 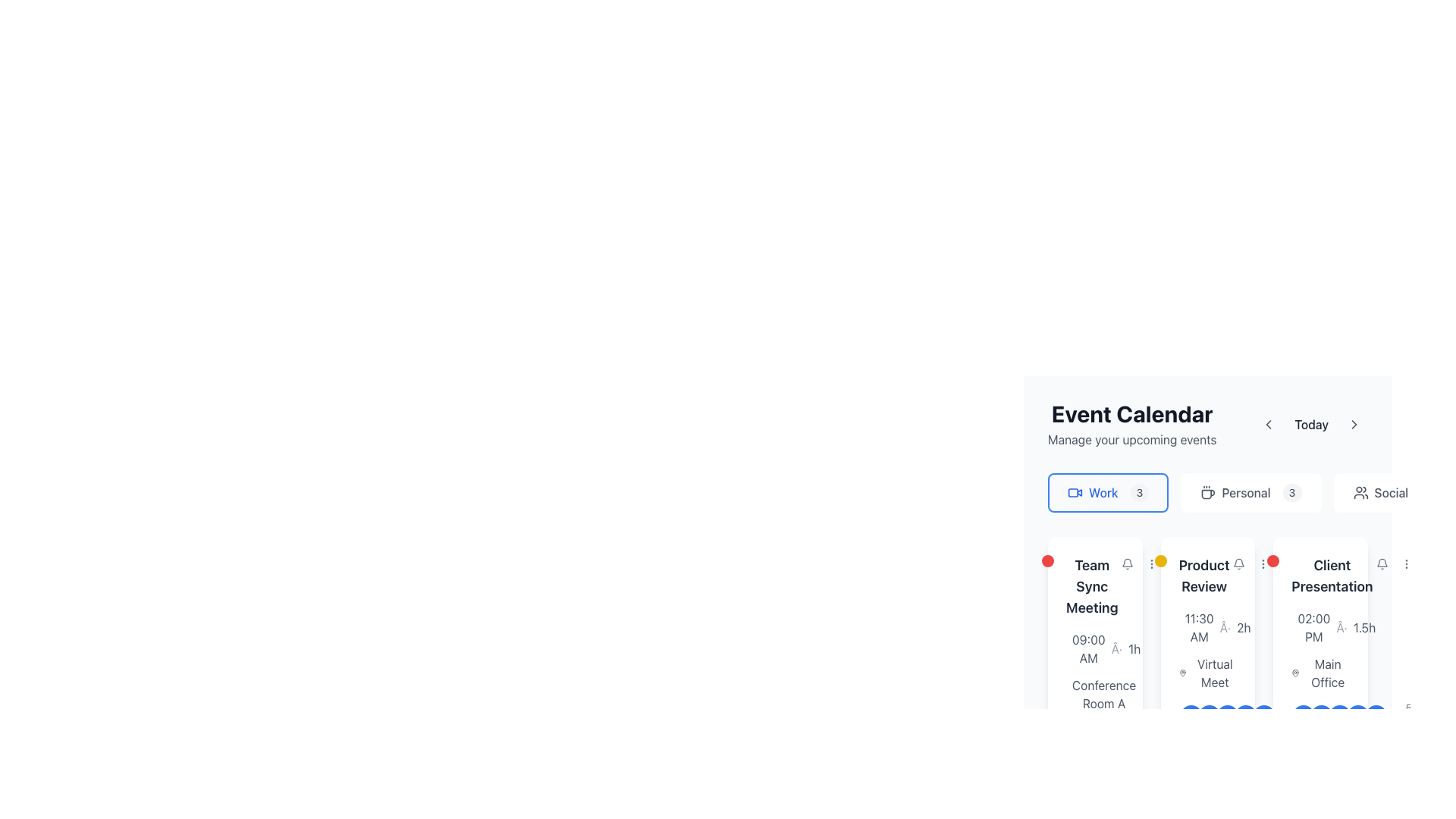 What do you see at coordinates (1382, 564) in the screenshot?
I see `the small circular button with a bell icon located in the top-right corner of the 'Client Presentation' card` at bounding box center [1382, 564].